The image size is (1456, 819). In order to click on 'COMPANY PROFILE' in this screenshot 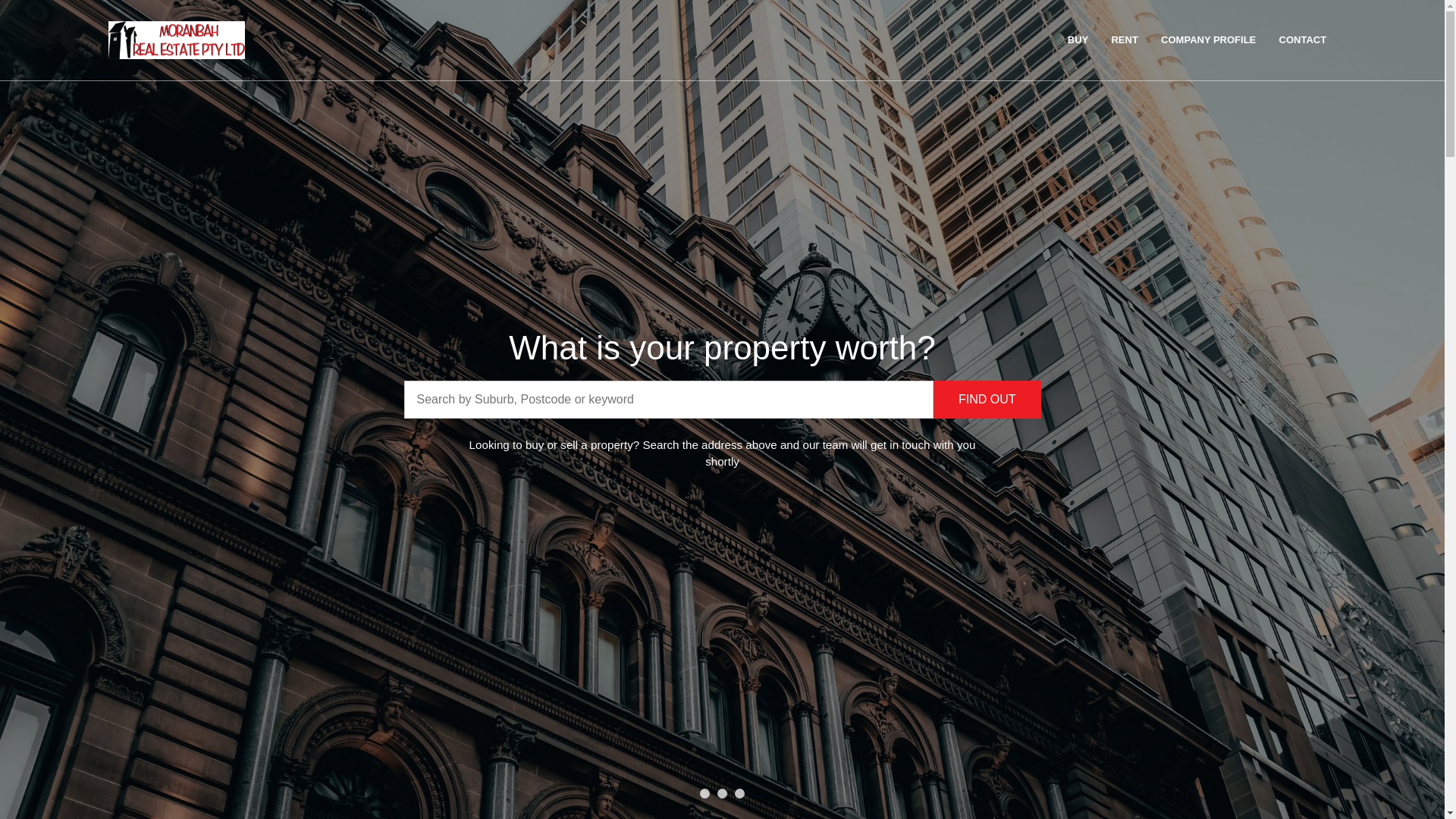, I will do `click(1150, 39)`.